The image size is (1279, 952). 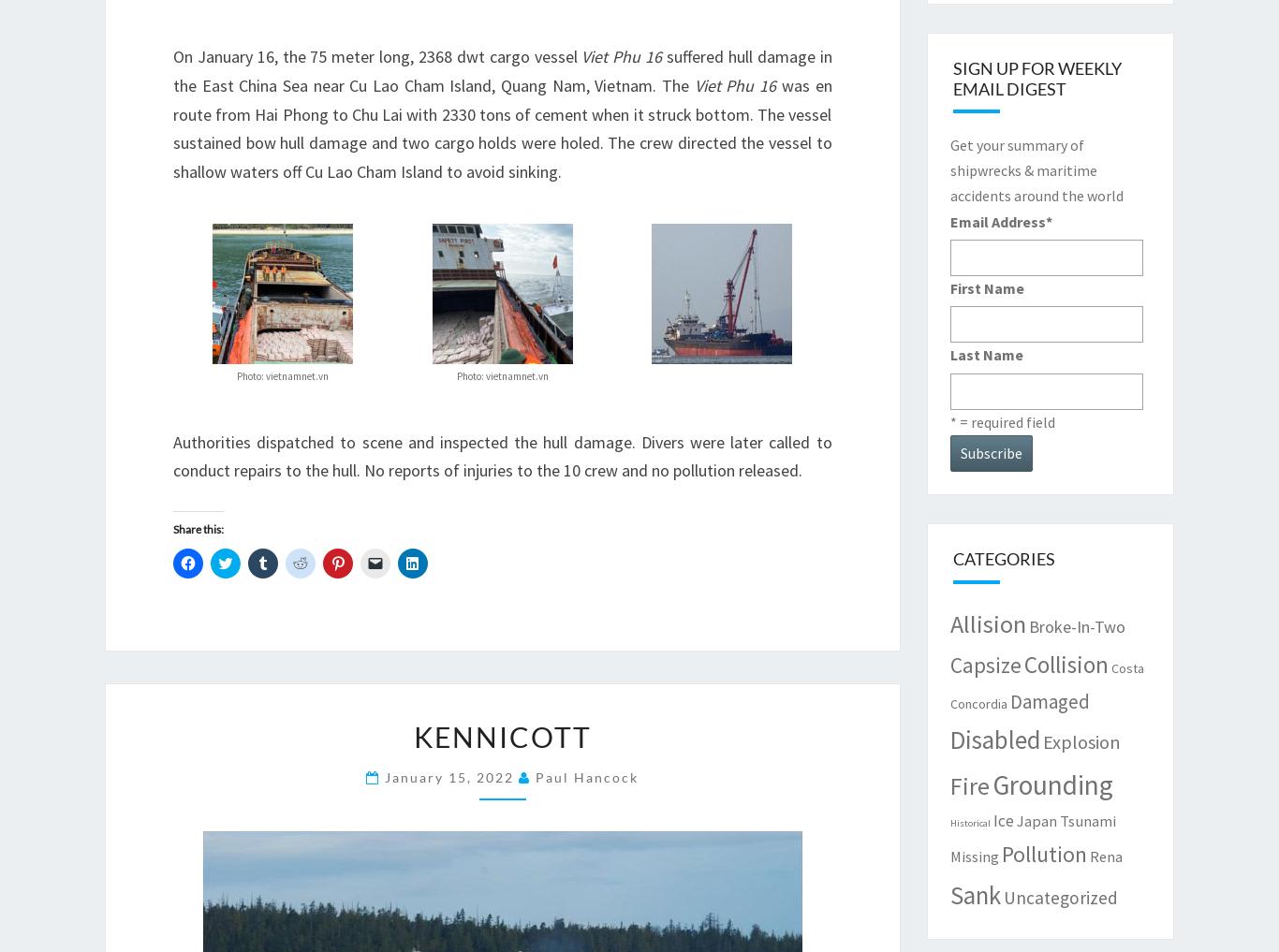 I want to click on 'Broke-In-Two', so click(x=1076, y=625).